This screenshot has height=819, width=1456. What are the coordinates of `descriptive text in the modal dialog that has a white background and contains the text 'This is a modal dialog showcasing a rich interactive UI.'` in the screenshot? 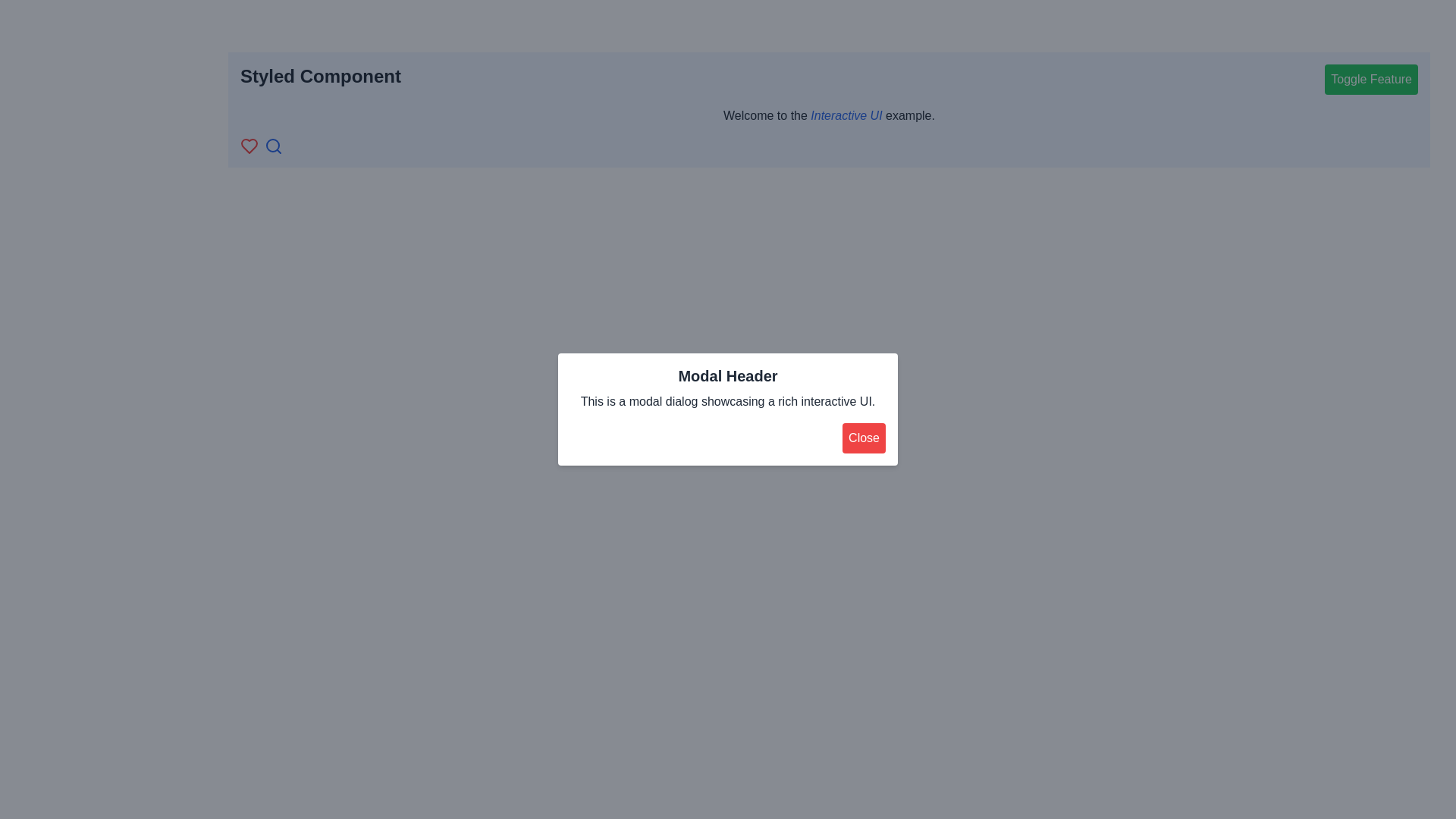 It's located at (728, 409).